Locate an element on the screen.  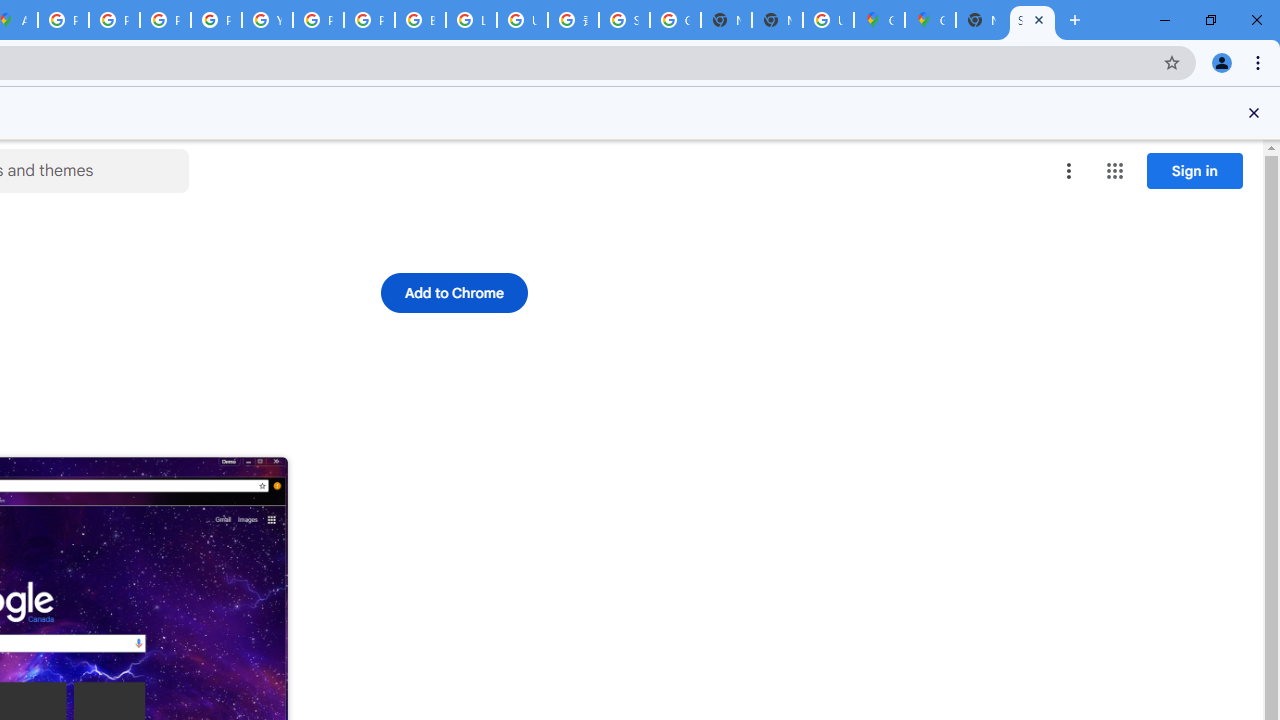
'Use Google Maps in Space - Google Maps Help' is located at coordinates (828, 20).